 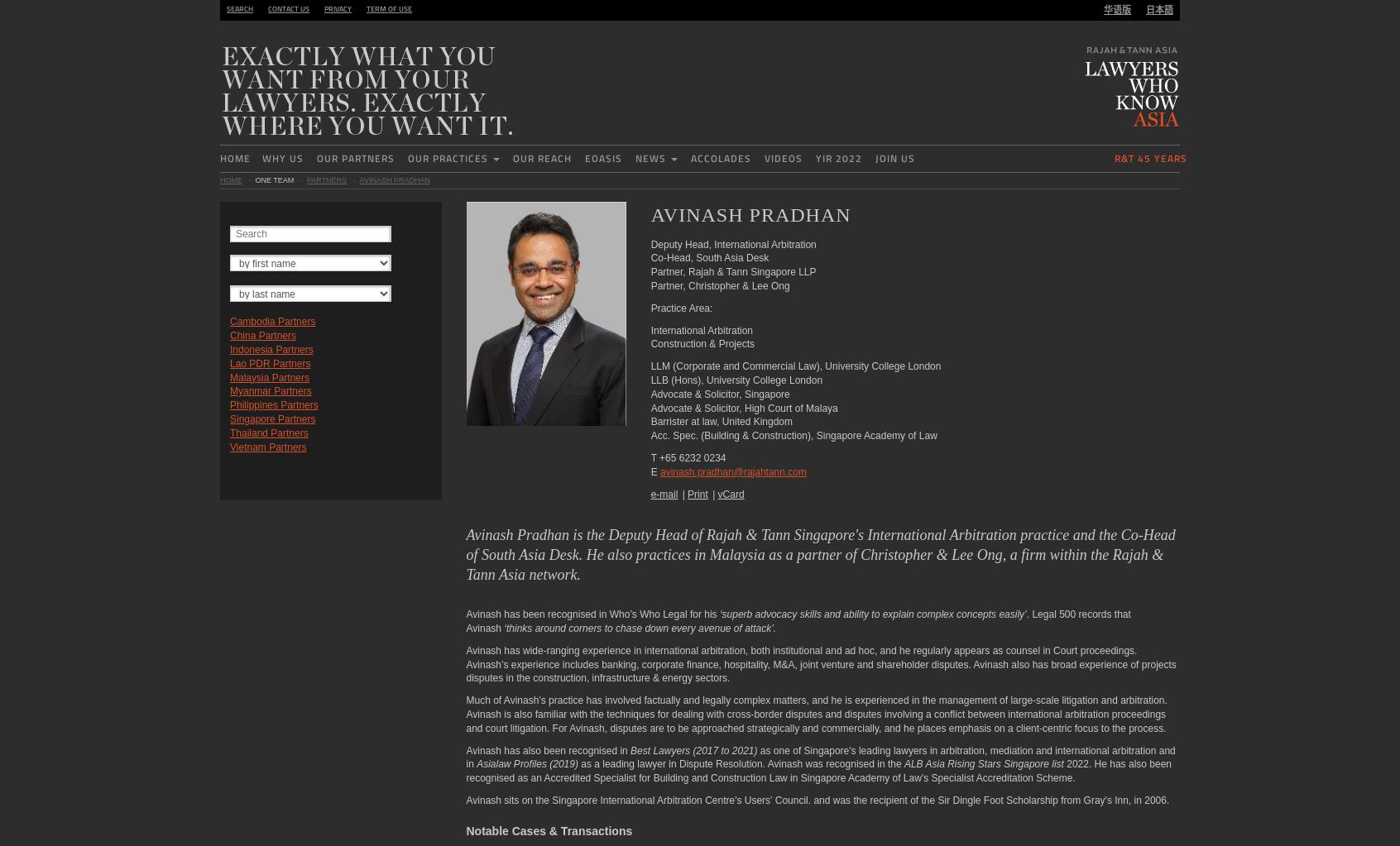 What do you see at coordinates (354, 158) in the screenshot?
I see `'Our Partners'` at bounding box center [354, 158].